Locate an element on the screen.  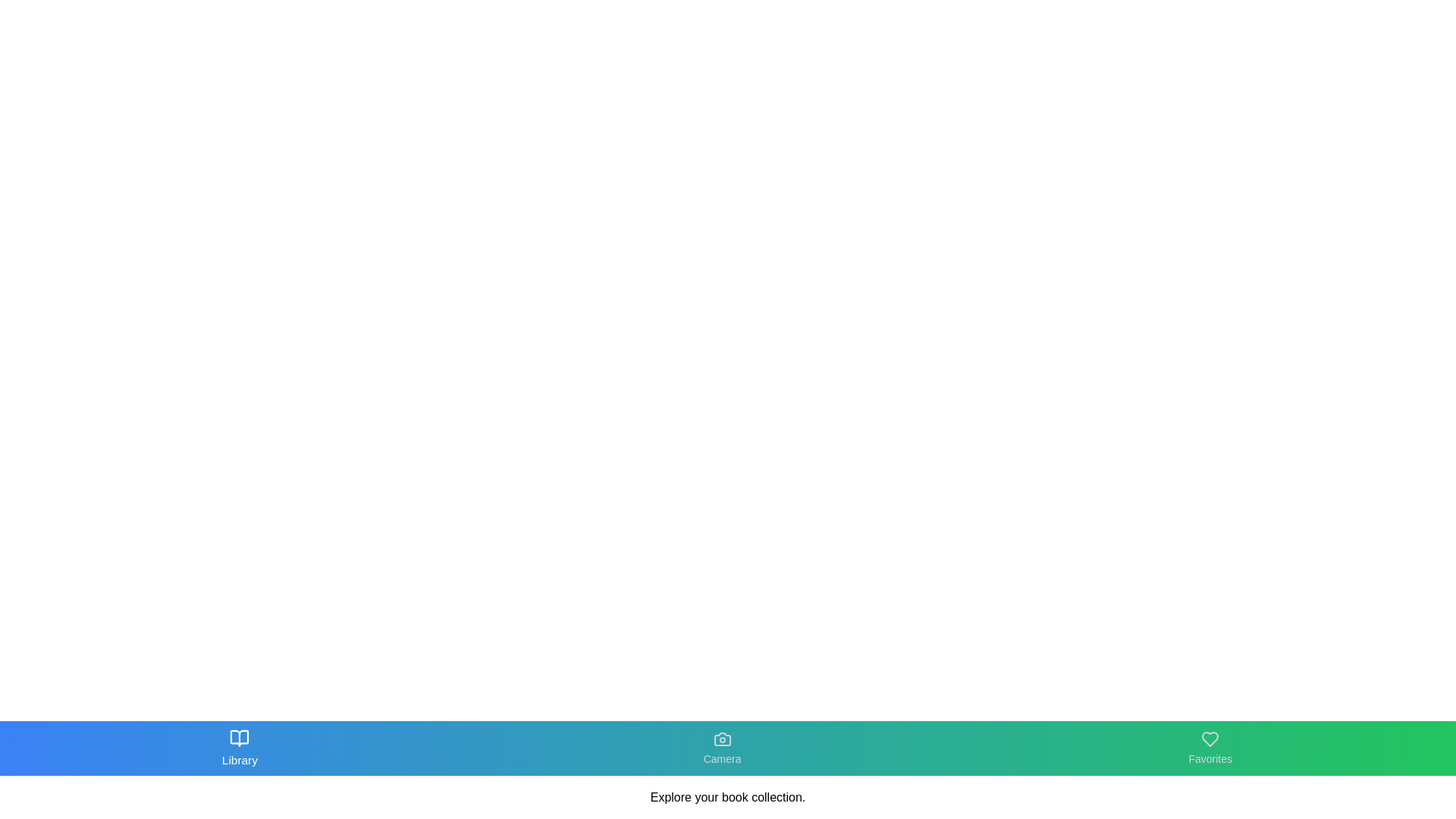
the Favorites tab in the navigation bar is located at coordinates (1210, 748).